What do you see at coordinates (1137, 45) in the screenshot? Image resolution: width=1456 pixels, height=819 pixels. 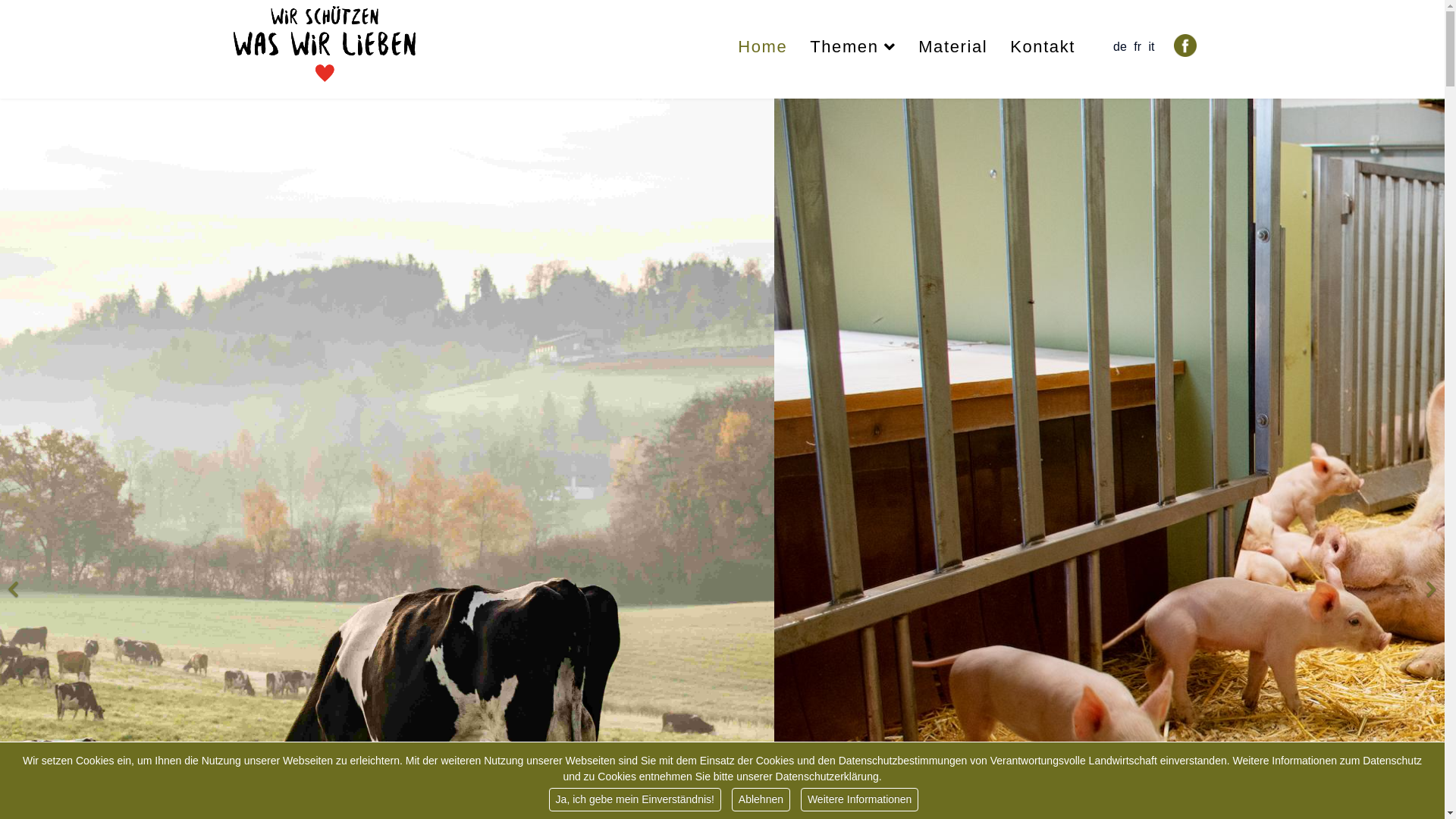 I see `'fr'` at bounding box center [1137, 45].